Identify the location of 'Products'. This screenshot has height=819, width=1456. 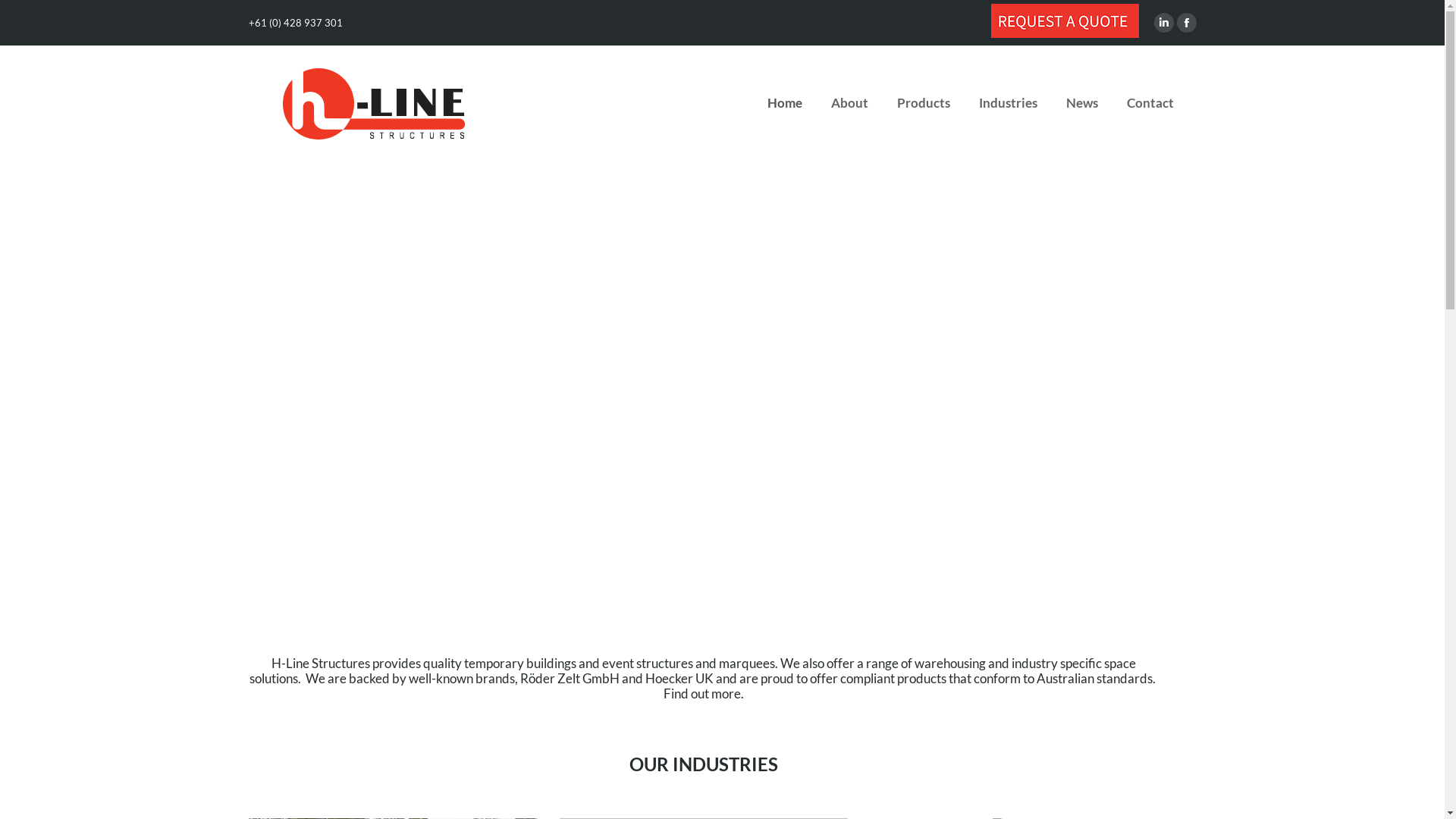
(922, 102).